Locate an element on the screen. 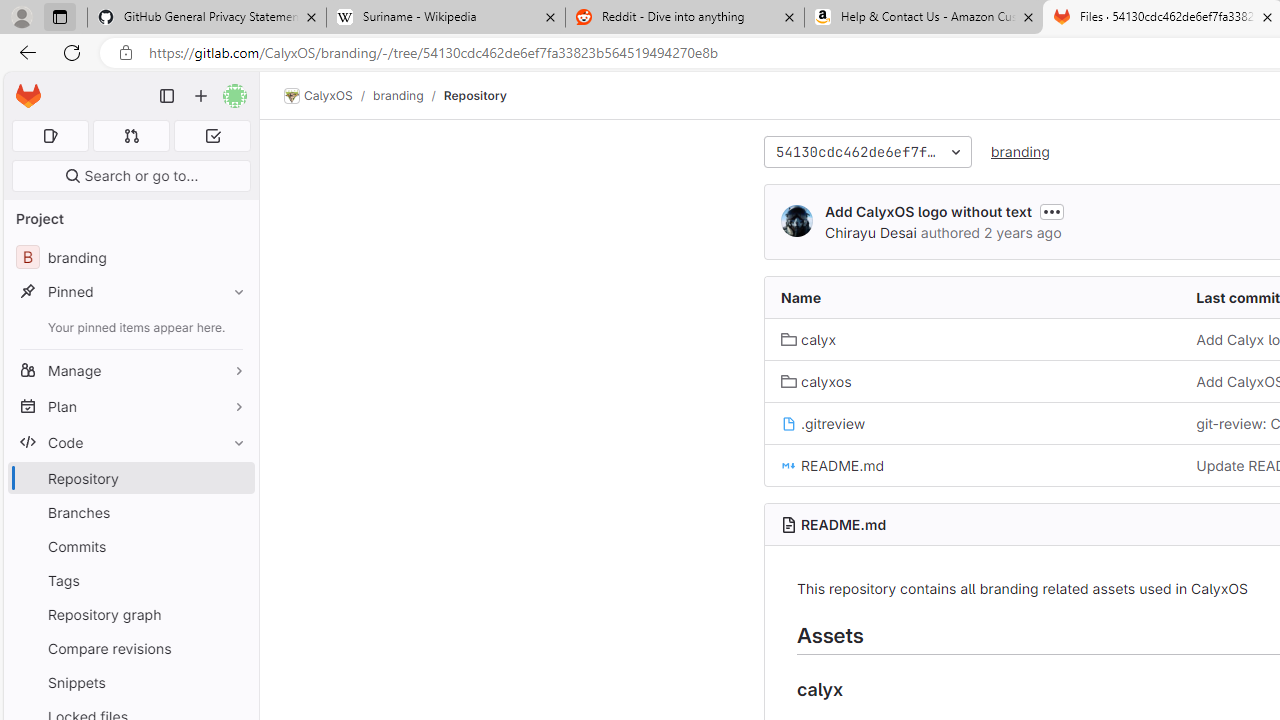  '.gitreview' is located at coordinates (823, 422).